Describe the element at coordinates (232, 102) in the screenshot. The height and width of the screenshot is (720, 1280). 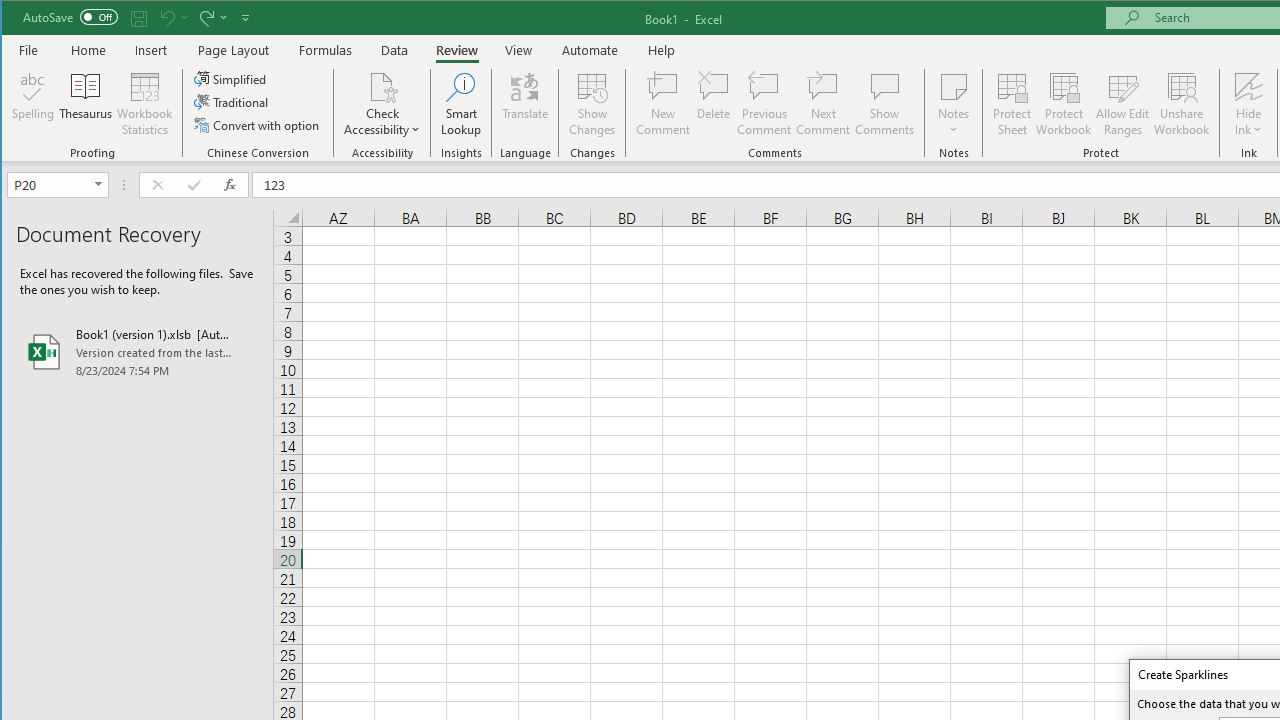
I see `'Traditional'` at that location.